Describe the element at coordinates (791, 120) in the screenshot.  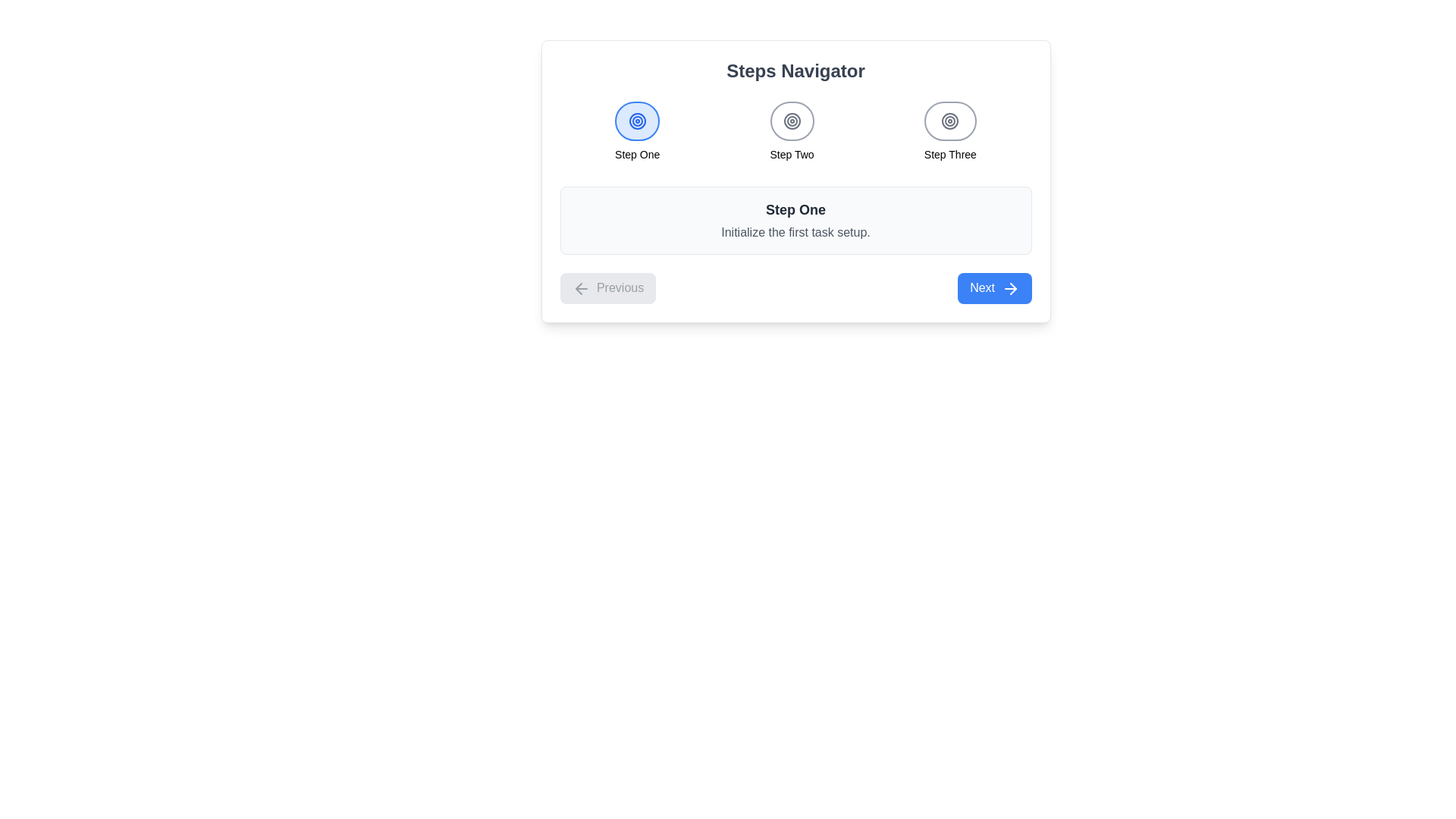
I see `the middle circle of the concentric circles representing the second step labeled 'Step Two' in the steps navigator interface` at that location.